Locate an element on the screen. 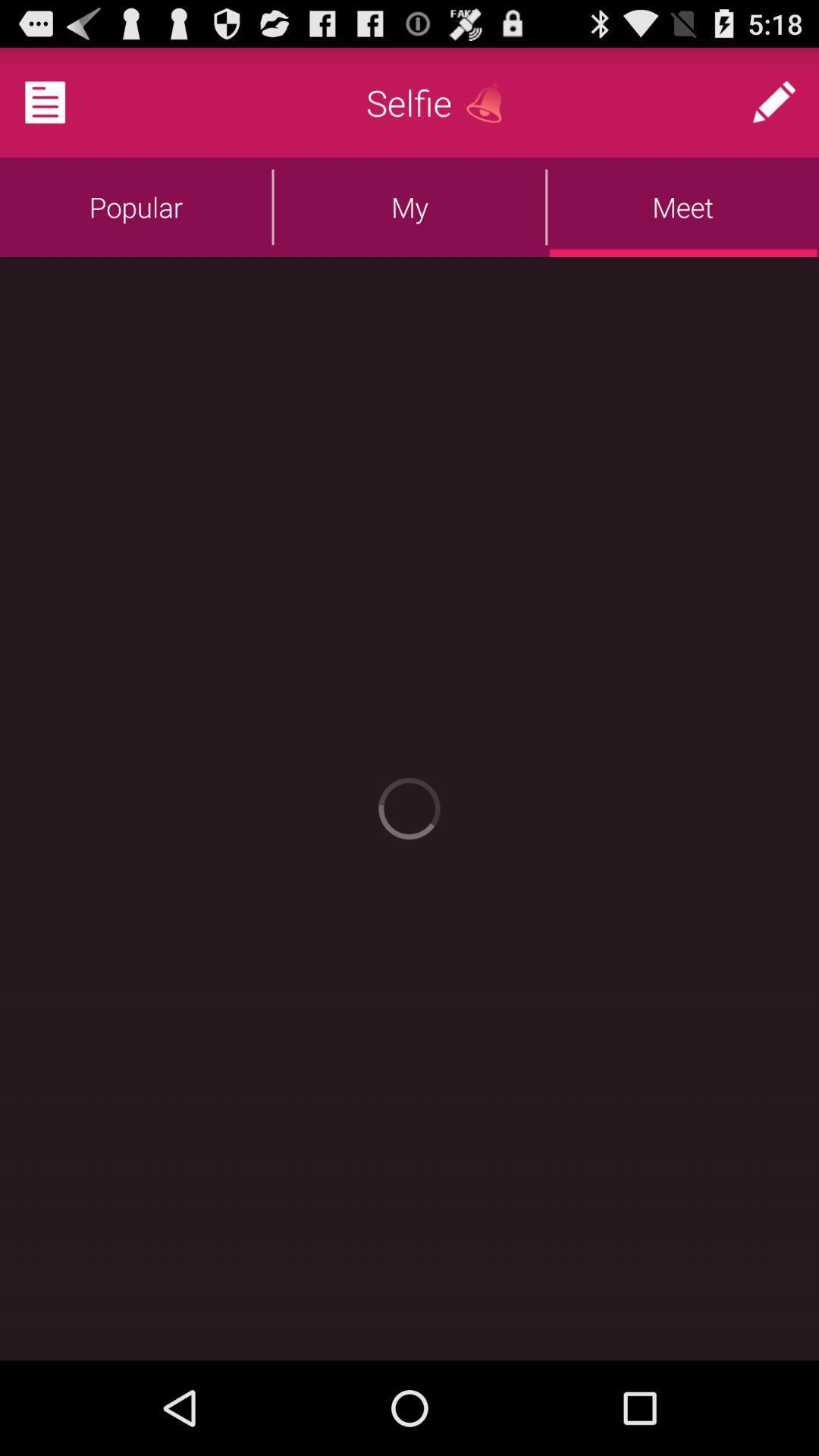  write option is located at coordinates (773, 102).